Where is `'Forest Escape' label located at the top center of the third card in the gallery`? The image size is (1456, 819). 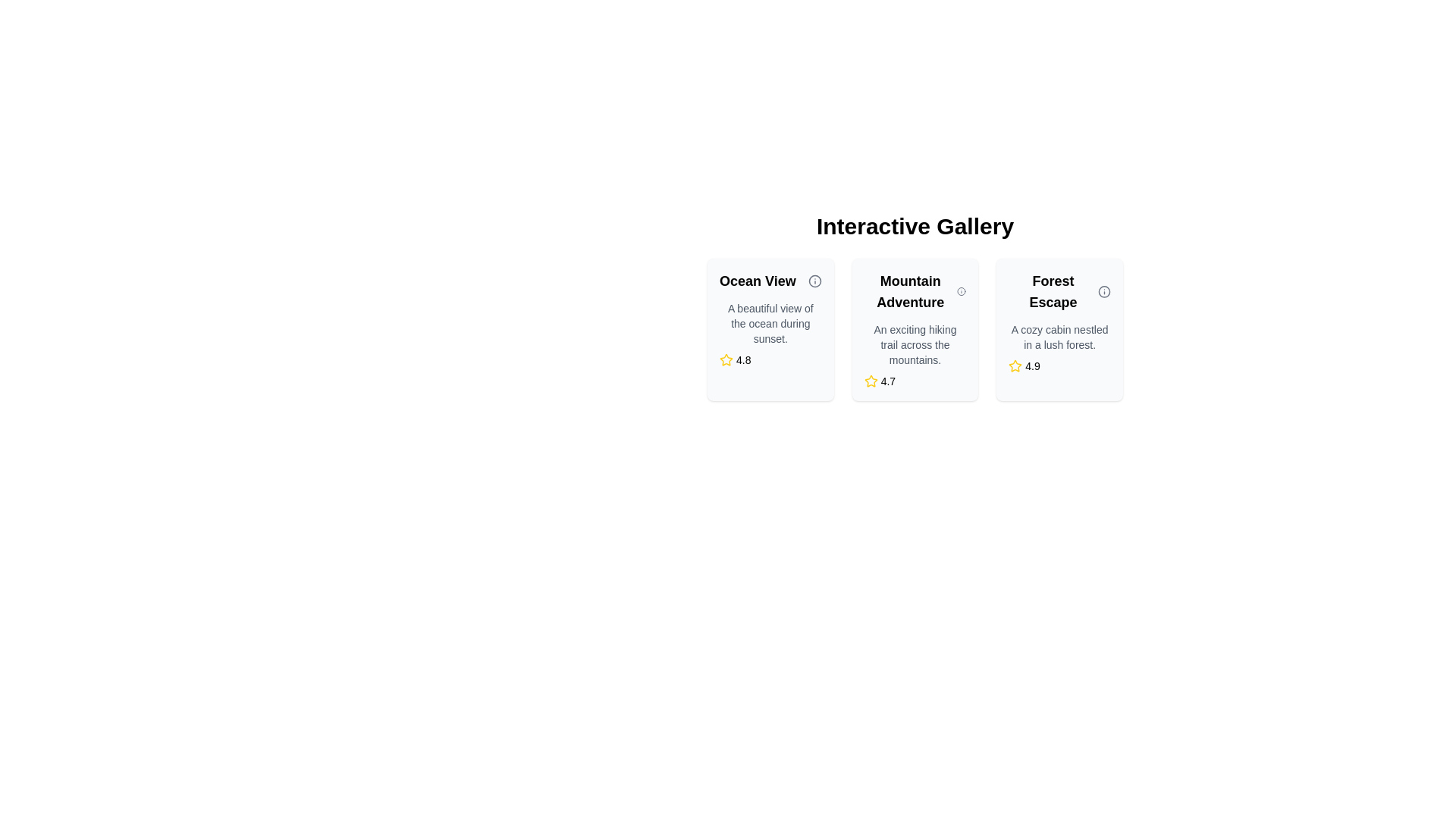
'Forest Escape' label located at the top center of the third card in the gallery is located at coordinates (1059, 292).